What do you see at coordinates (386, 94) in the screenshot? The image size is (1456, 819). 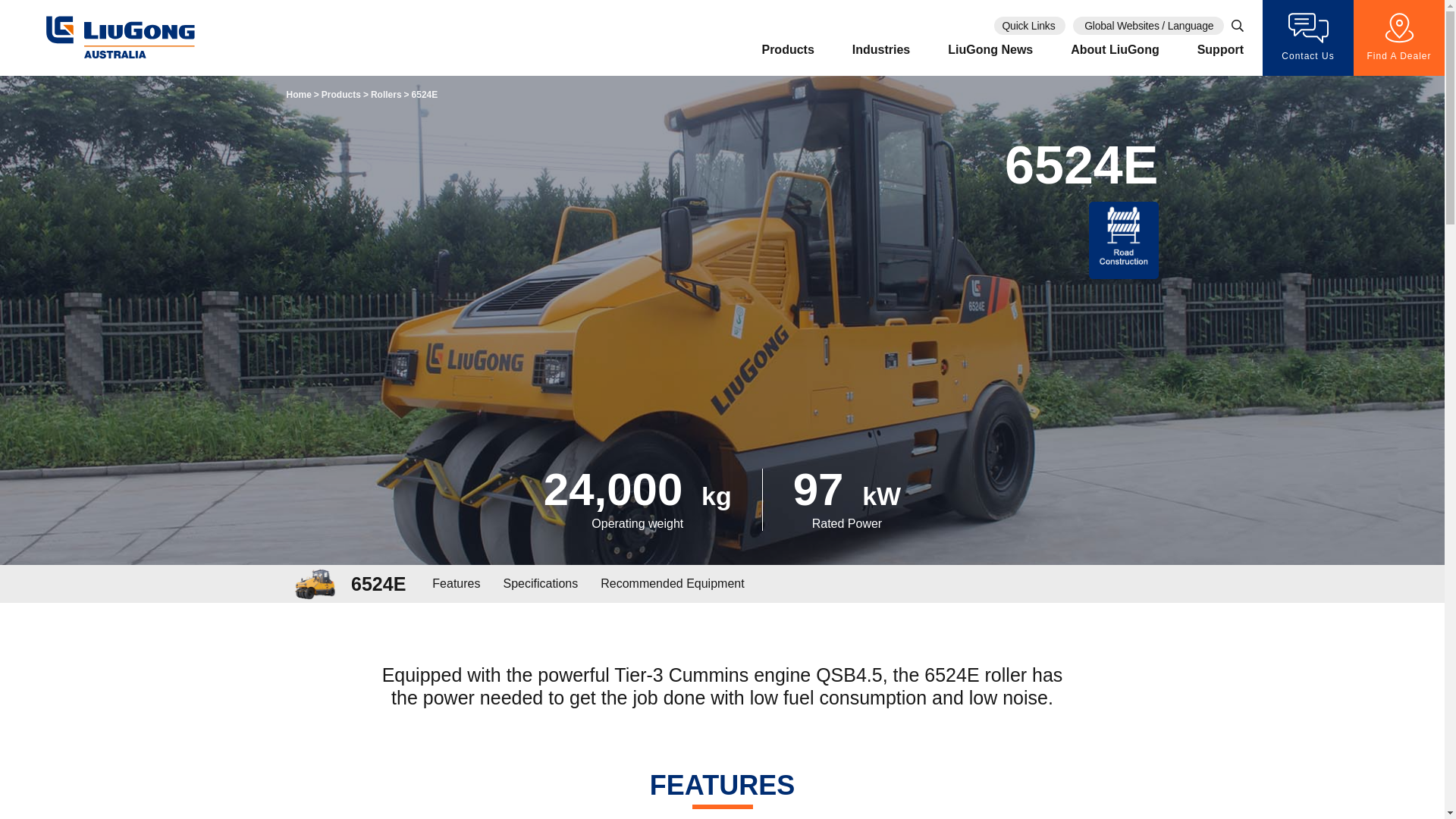 I see `'Rollers'` at bounding box center [386, 94].